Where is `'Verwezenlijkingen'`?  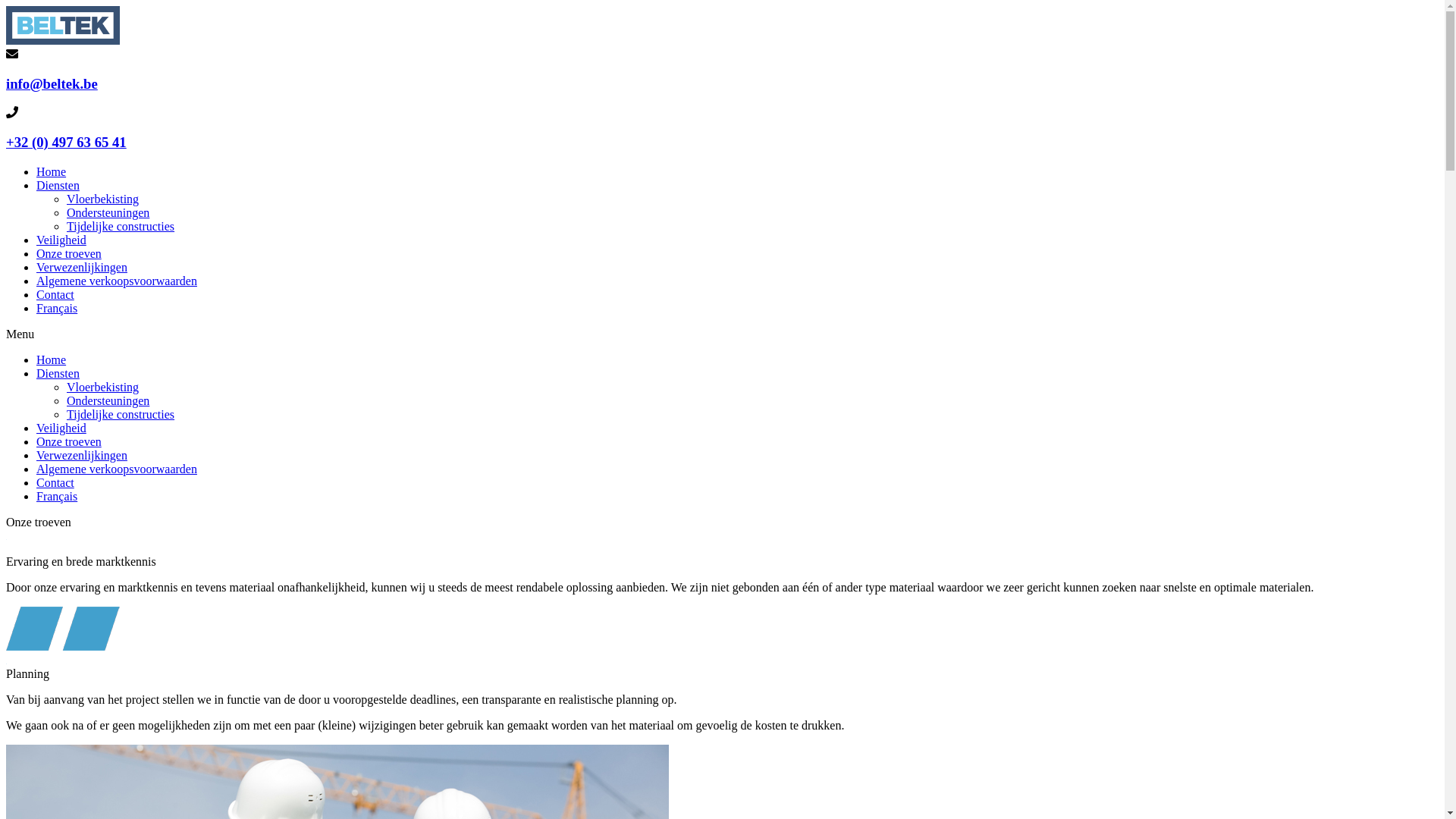
'Verwezenlijkingen' is located at coordinates (80, 454).